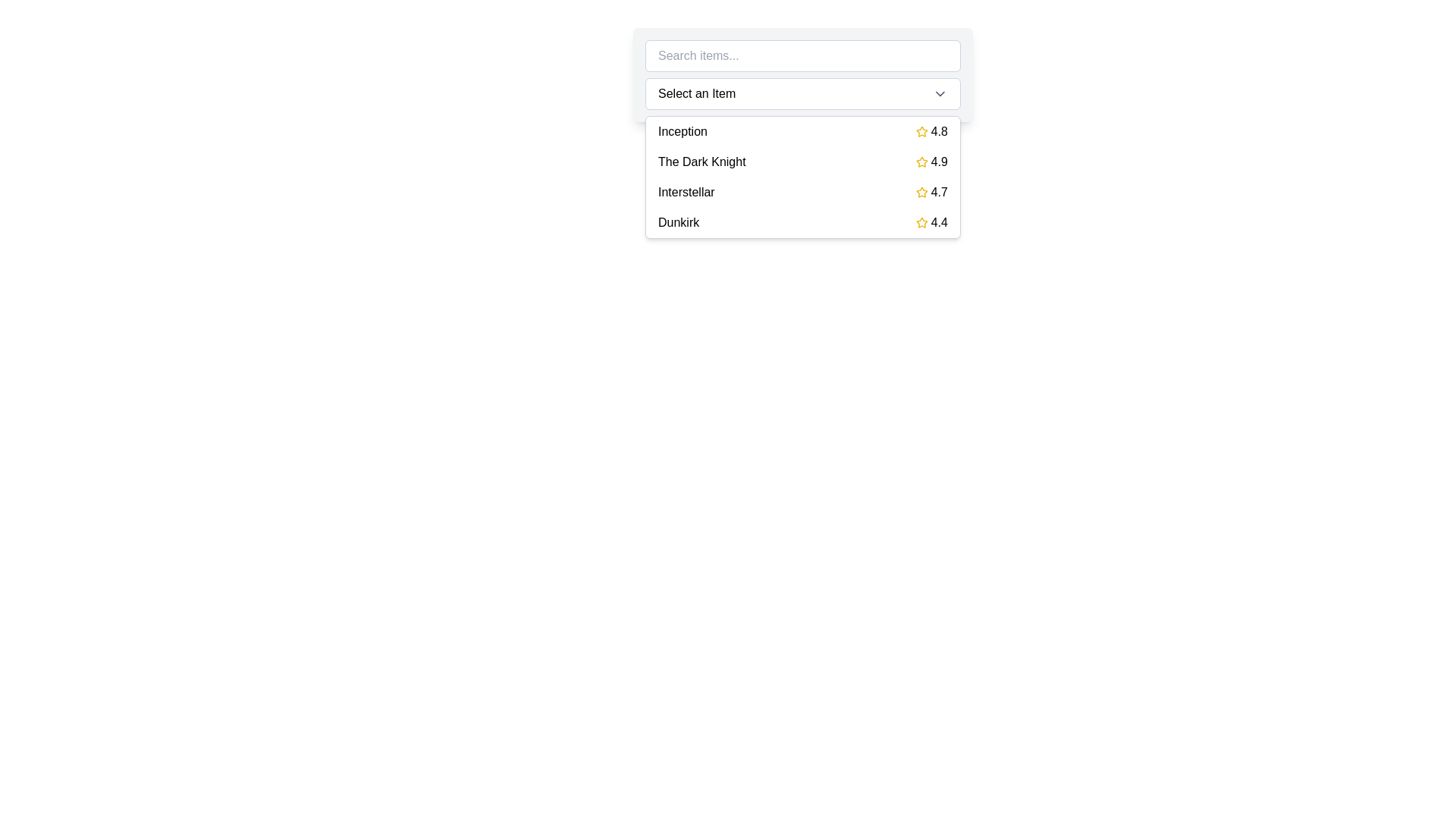 The height and width of the screenshot is (819, 1456). Describe the element at coordinates (802, 162) in the screenshot. I see `the second list item in the dropdown menu` at that location.